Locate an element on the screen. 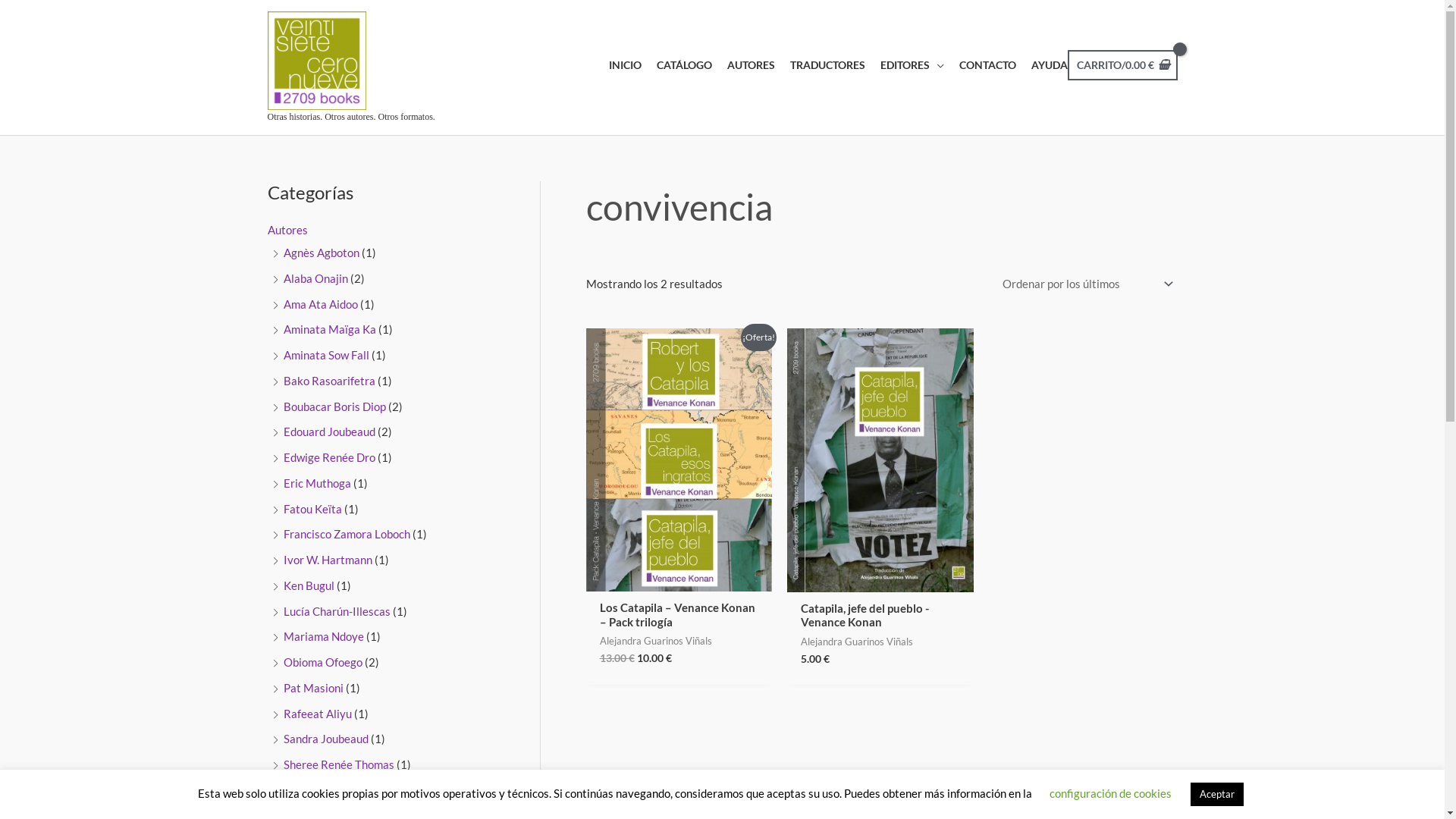 Image resolution: width=1456 pixels, height=819 pixels. 'Autores' is located at coordinates (287, 230).